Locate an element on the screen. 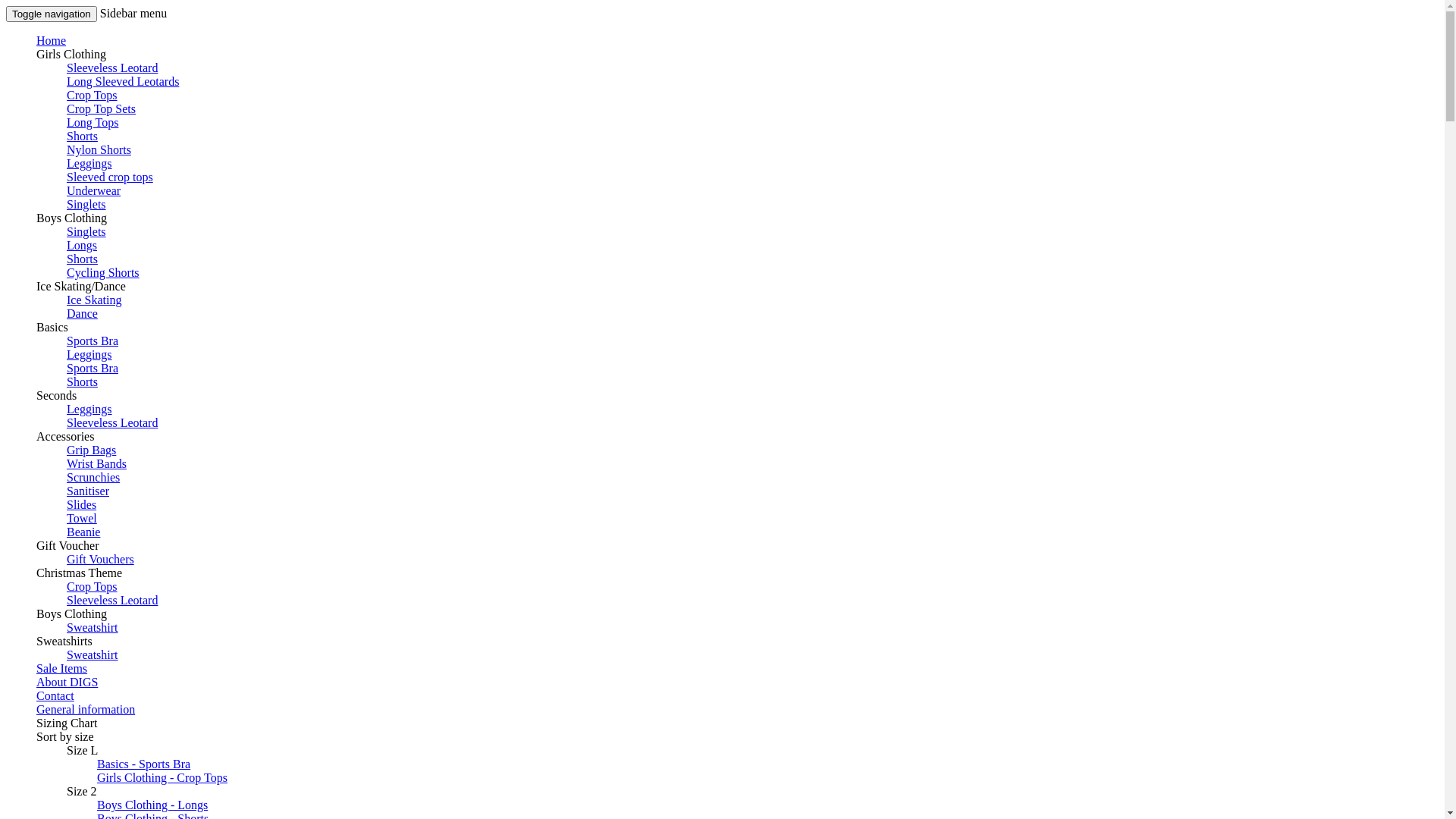  'Leggings' is located at coordinates (89, 163).